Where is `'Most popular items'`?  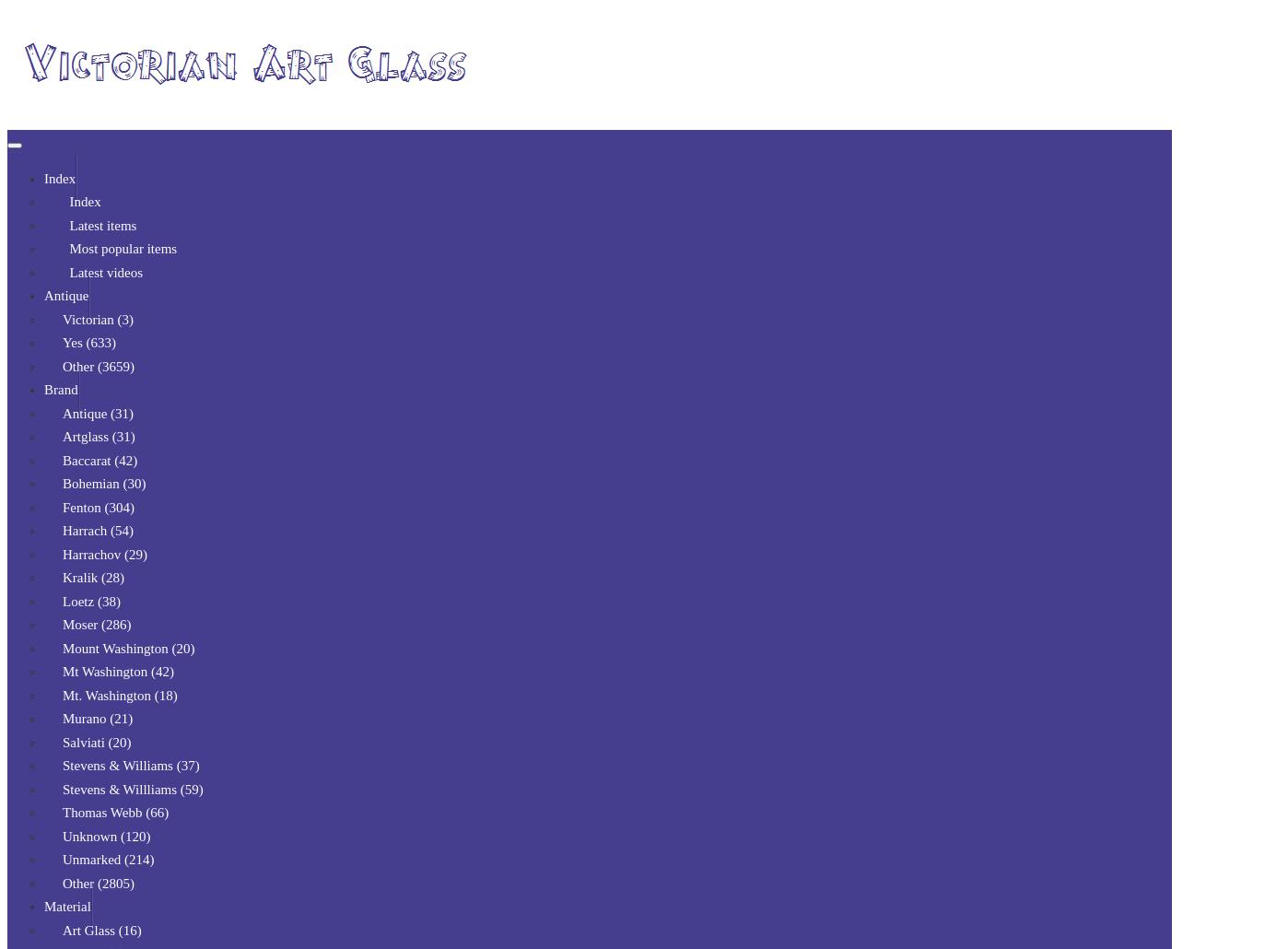
'Most popular items' is located at coordinates (120, 247).